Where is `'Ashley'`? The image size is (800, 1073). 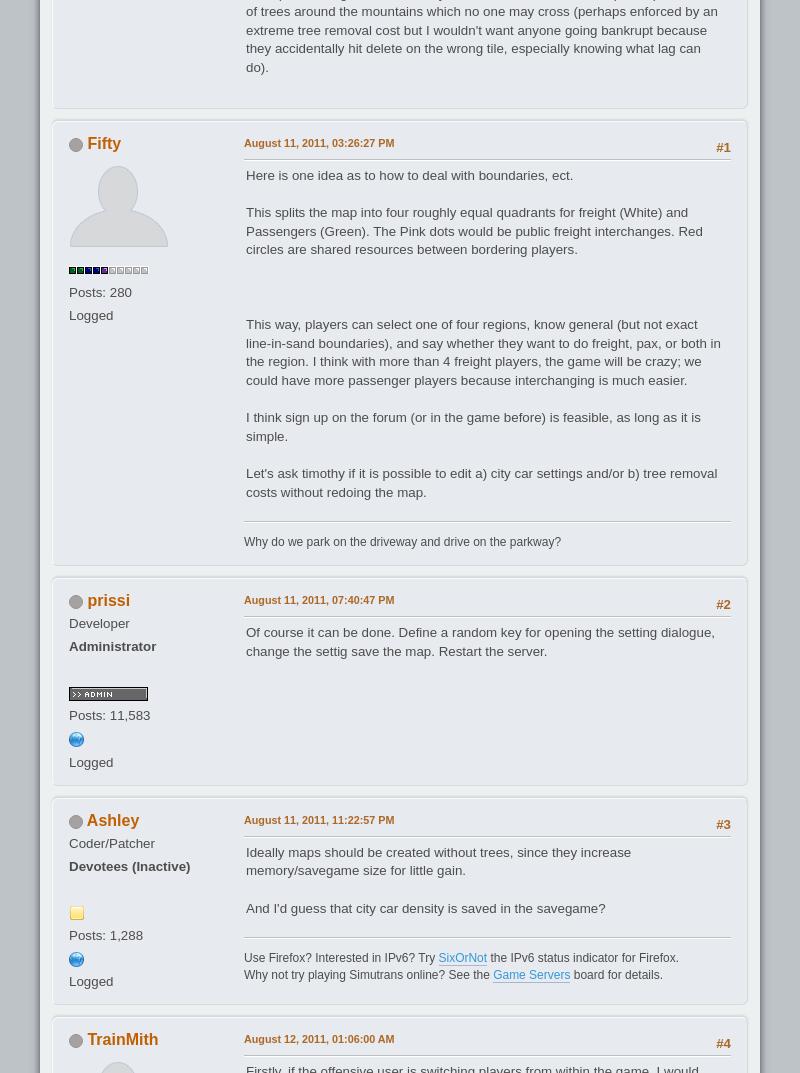 'Ashley' is located at coordinates (111, 819).